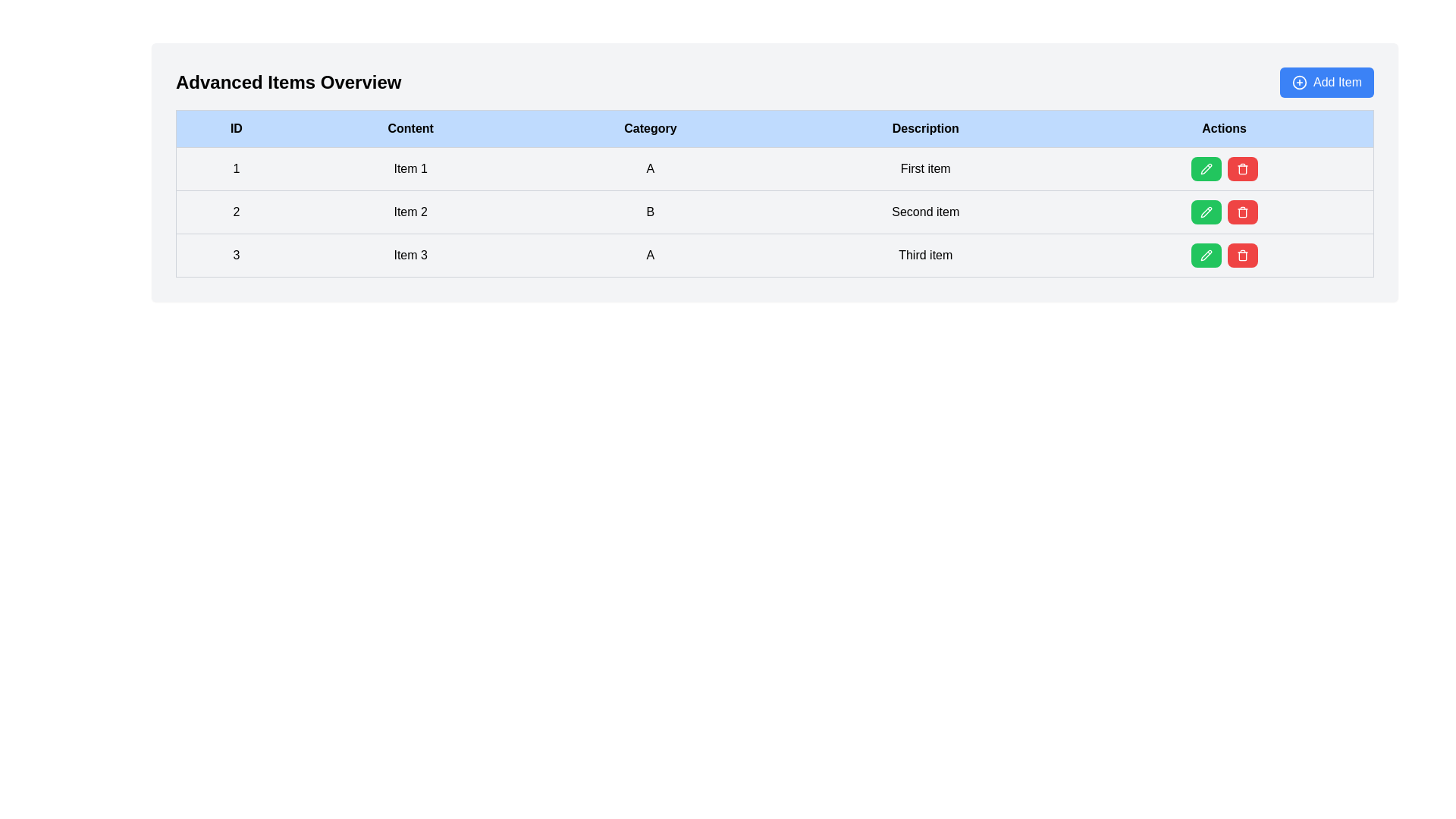 Image resolution: width=1456 pixels, height=819 pixels. I want to click on the text label containing 'Second item' in the 'Description' column of the second row in the 'Advanced Items Overview' table, which is styled with padding and a bottom border, so click(924, 212).